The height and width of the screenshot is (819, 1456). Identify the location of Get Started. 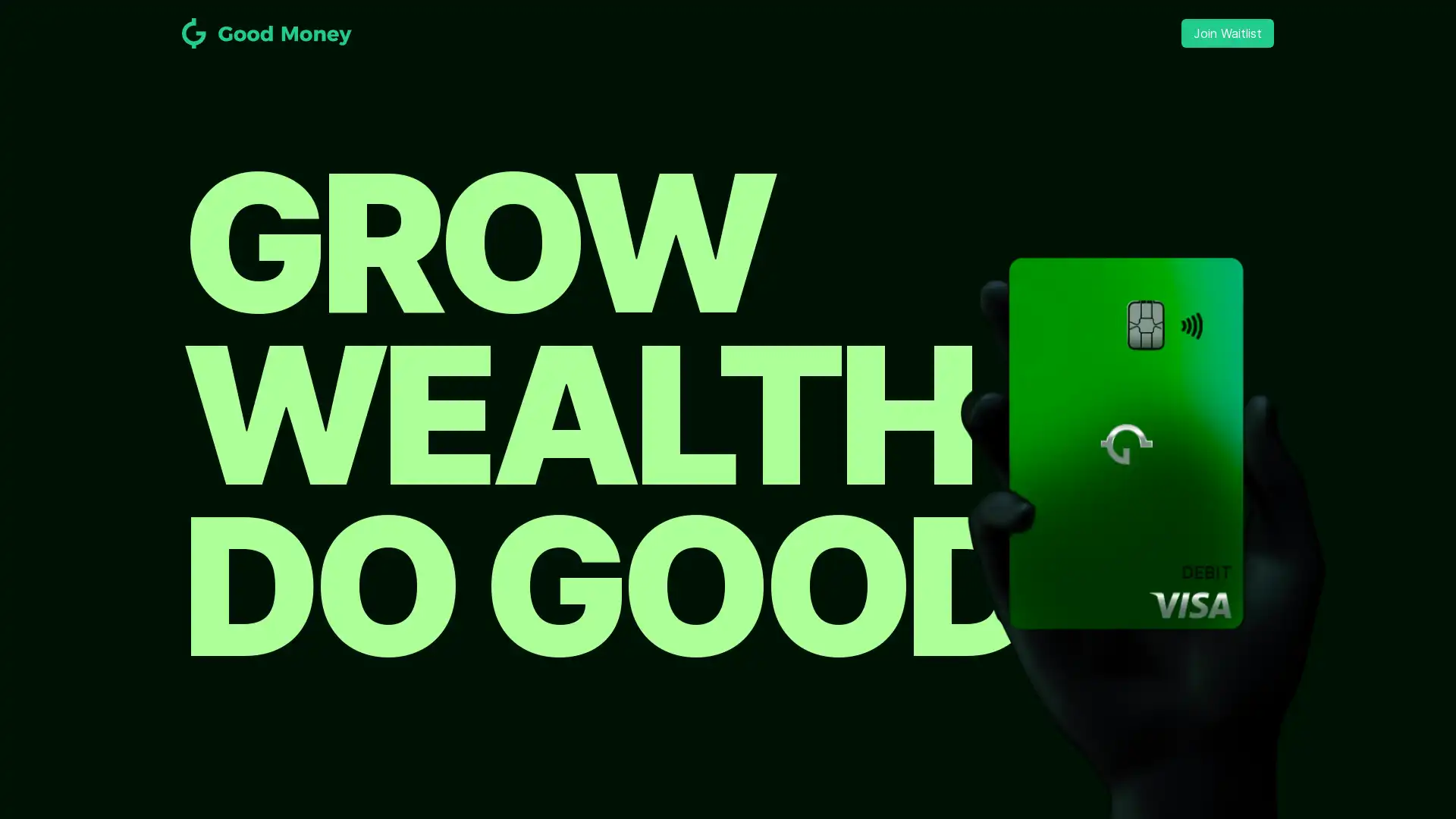
(728, 463).